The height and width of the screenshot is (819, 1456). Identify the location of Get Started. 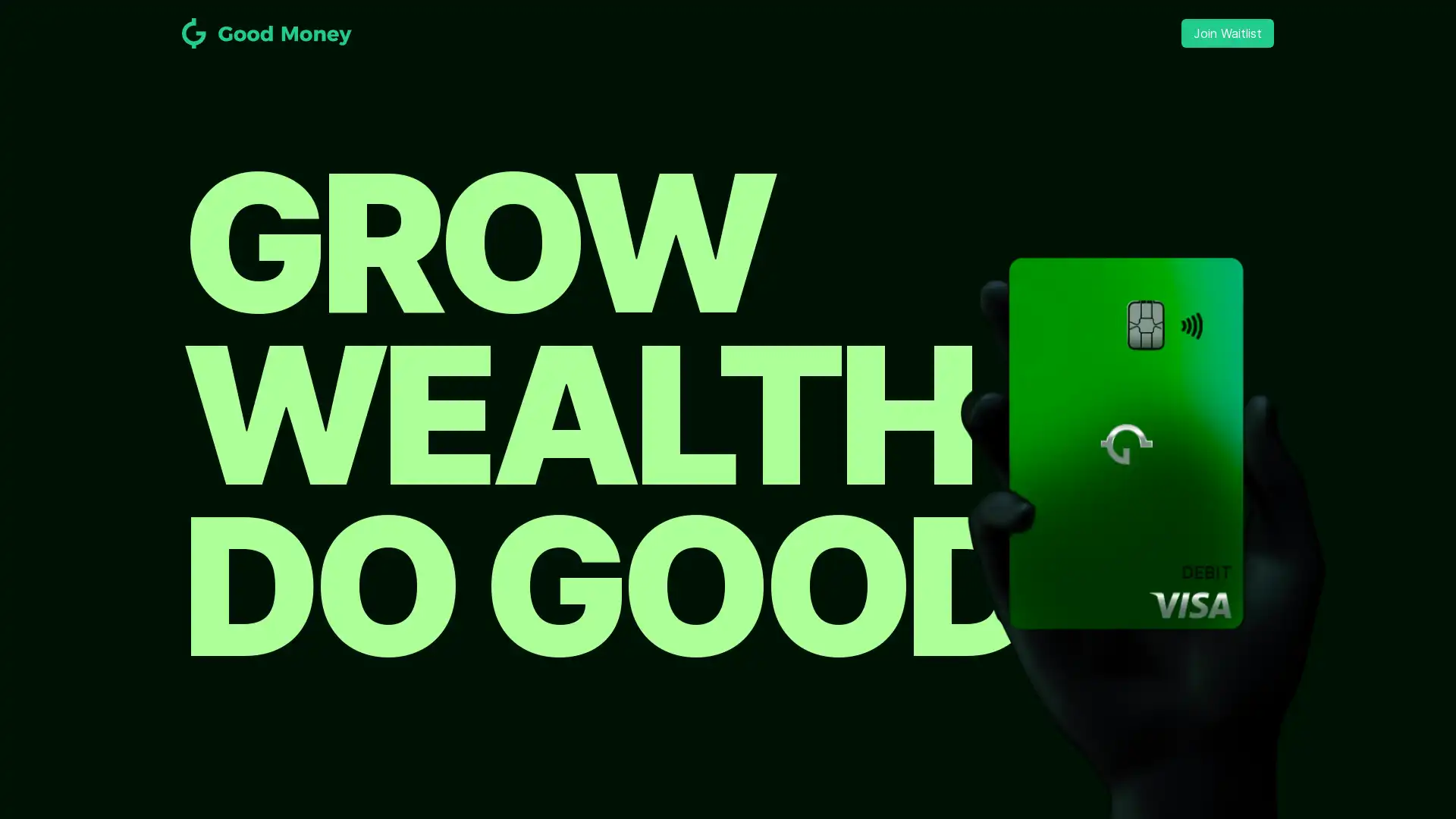
(728, 463).